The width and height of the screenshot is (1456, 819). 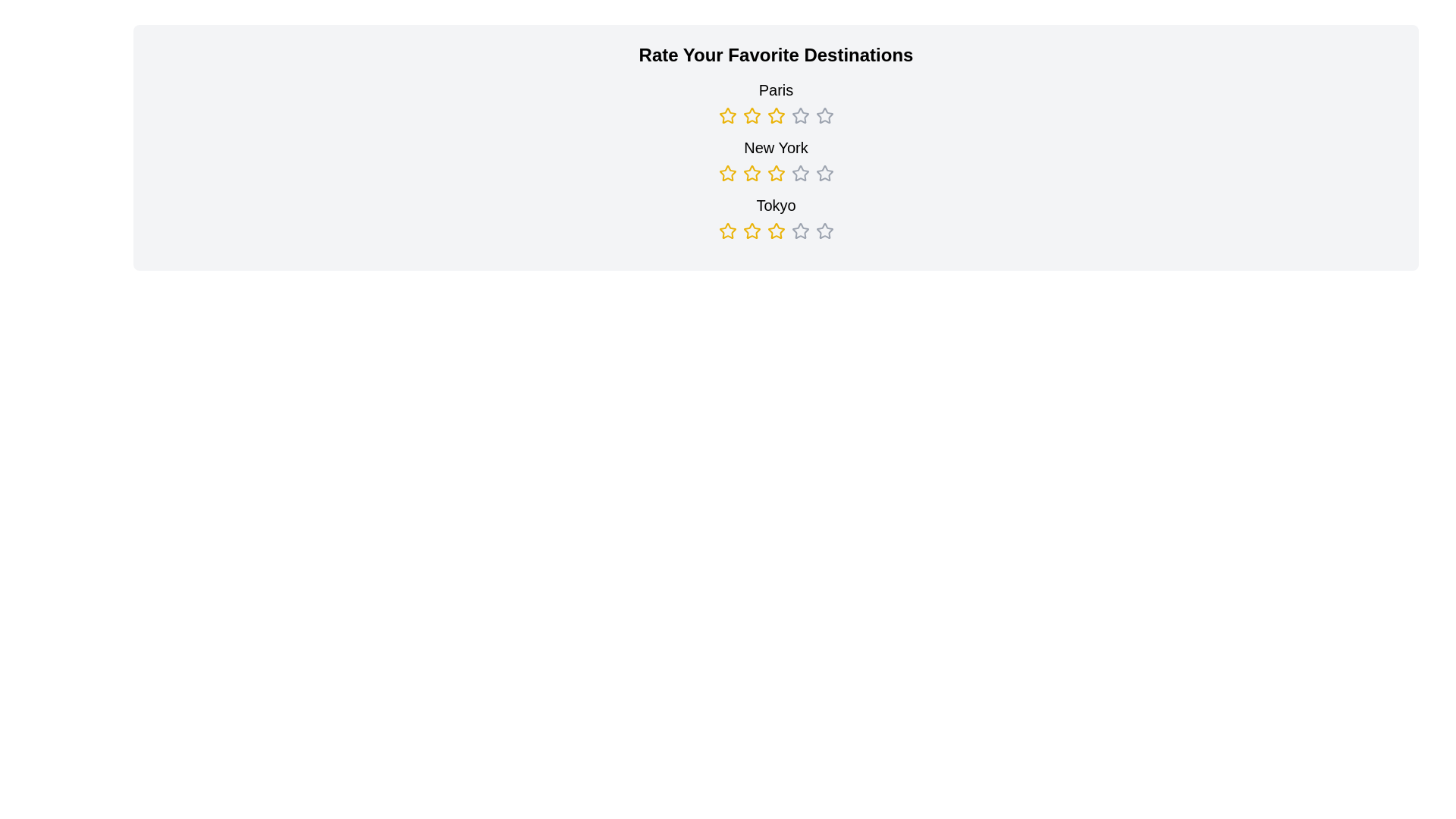 What do you see at coordinates (776, 148) in the screenshot?
I see `the static text label indicating 'New York', positioned under the 'Rate Your Favorite Destinations' heading, above the star rating system` at bounding box center [776, 148].